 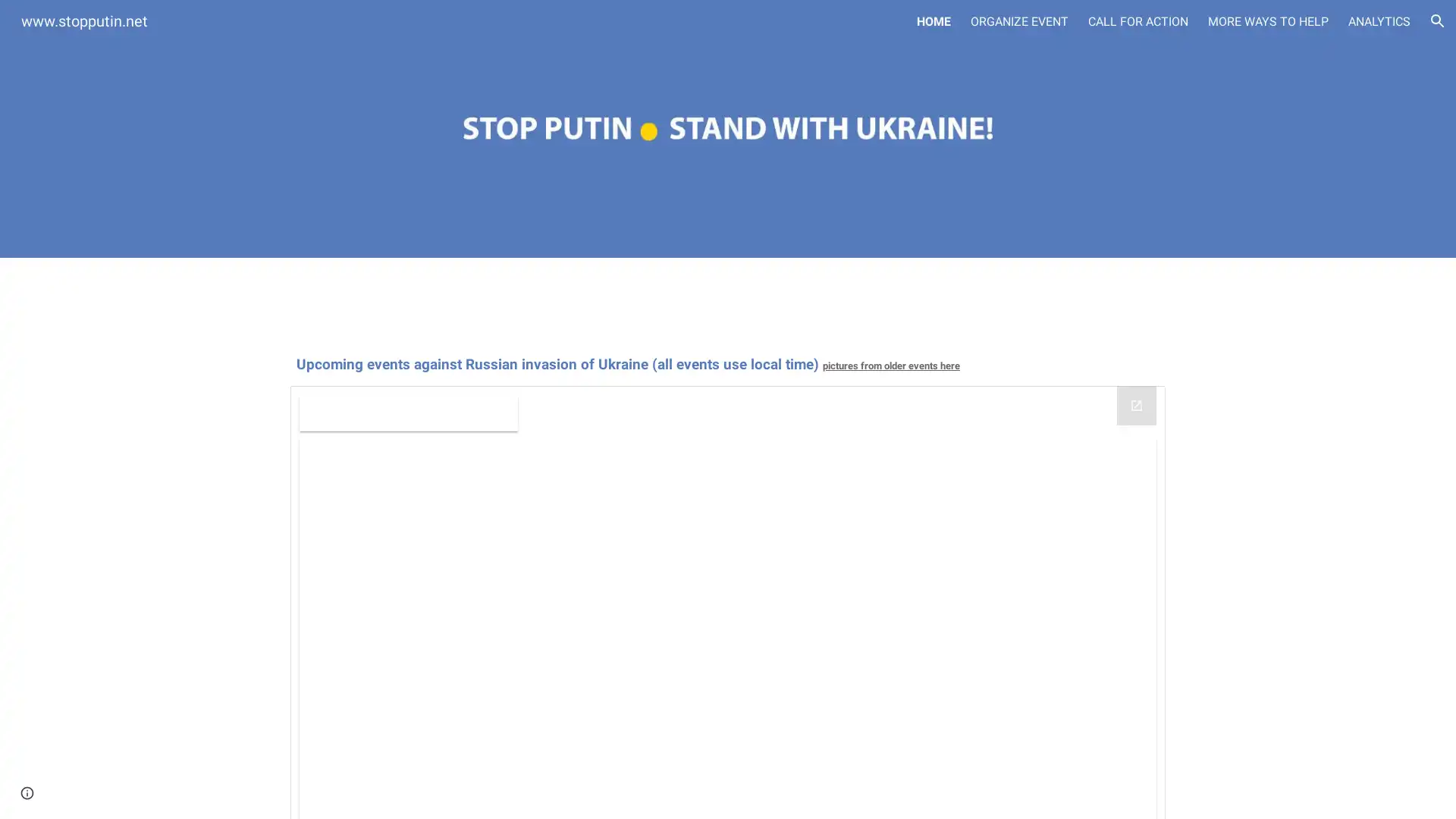 I want to click on Skip to navigation, so click(x=864, y=28).